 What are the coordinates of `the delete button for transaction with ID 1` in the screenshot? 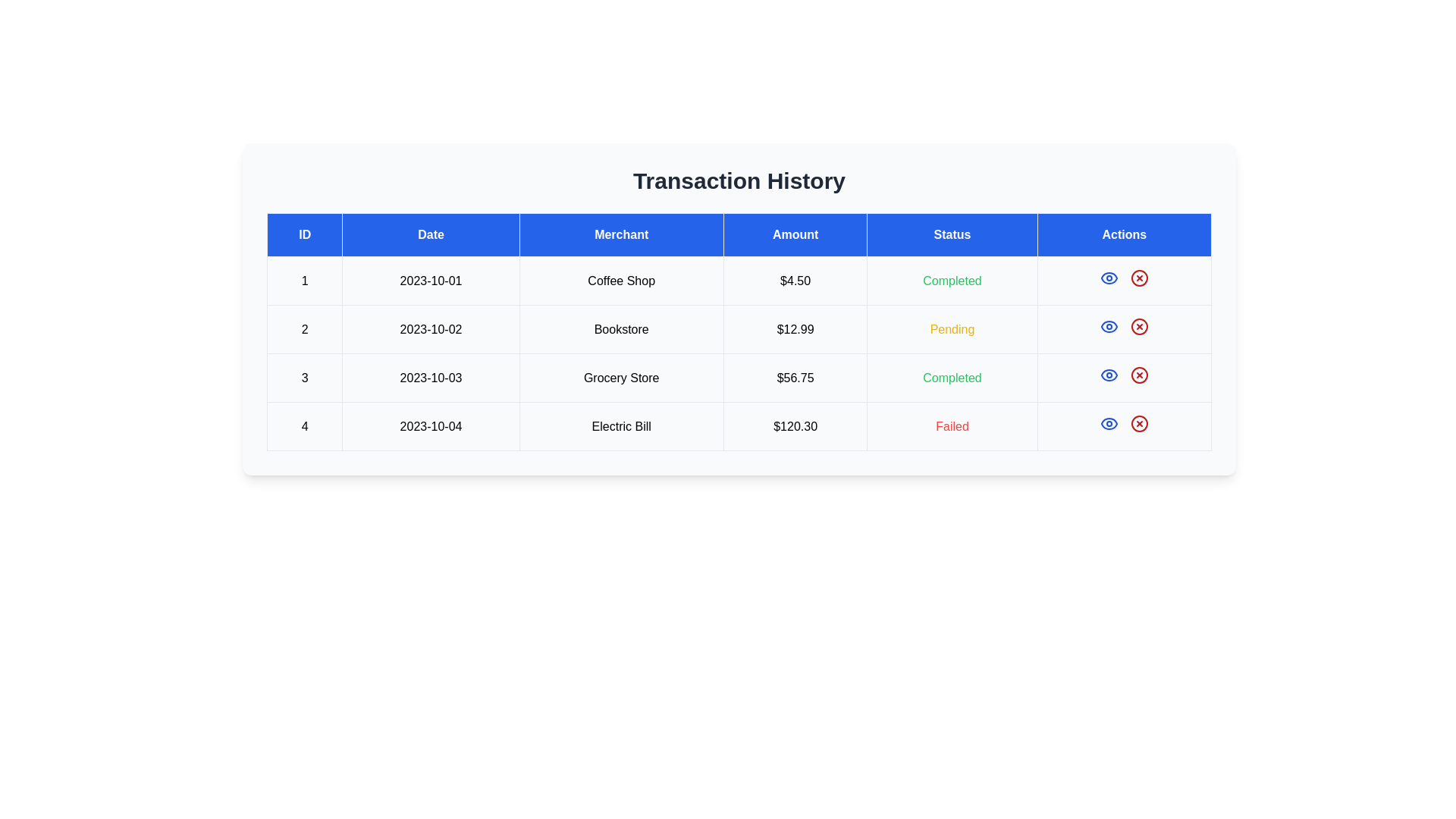 It's located at (1139, 278).